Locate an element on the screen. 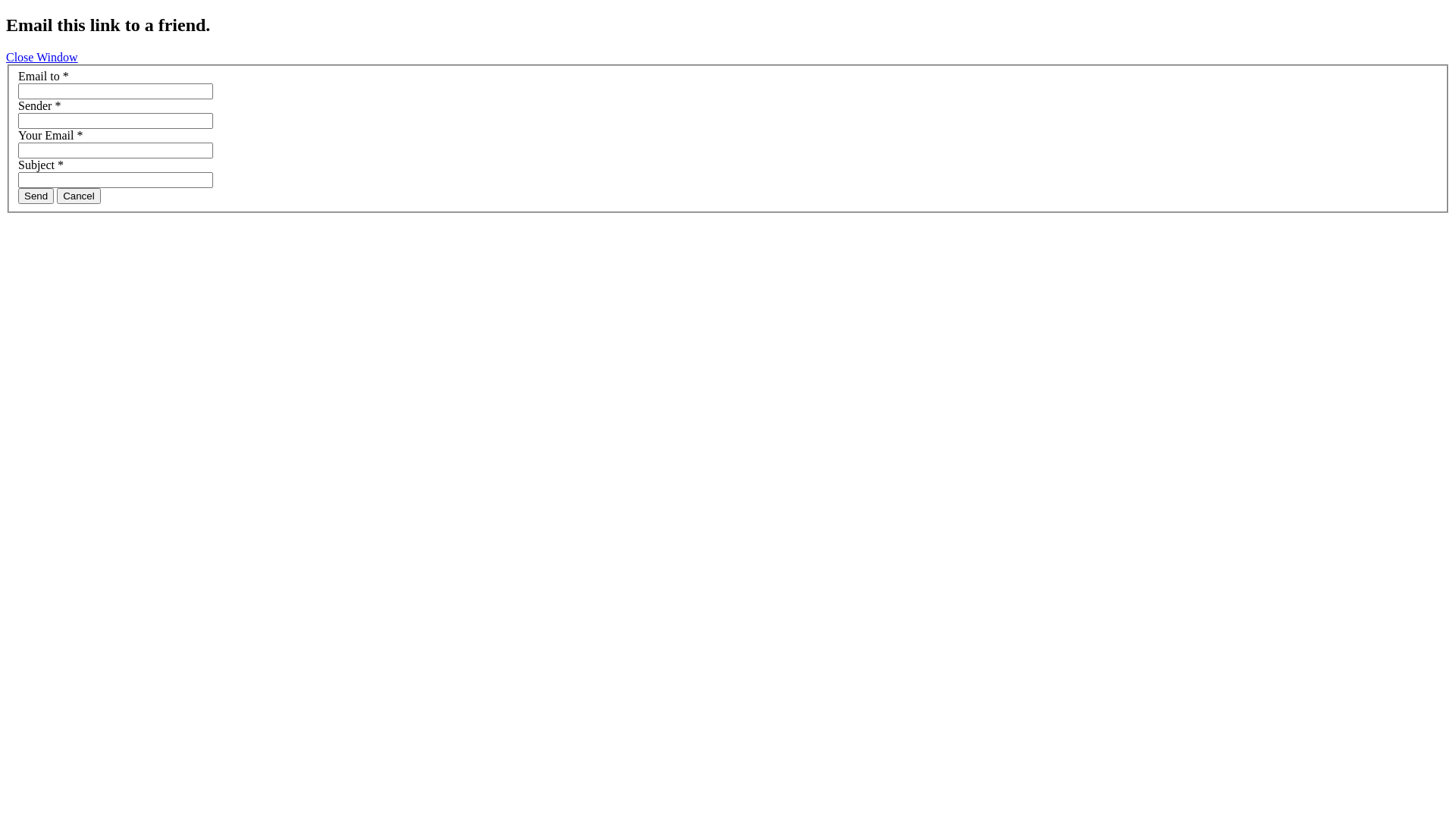 This screenshot has width=1456, height=819. 'Close Window' is located at coordinates (42, 56).